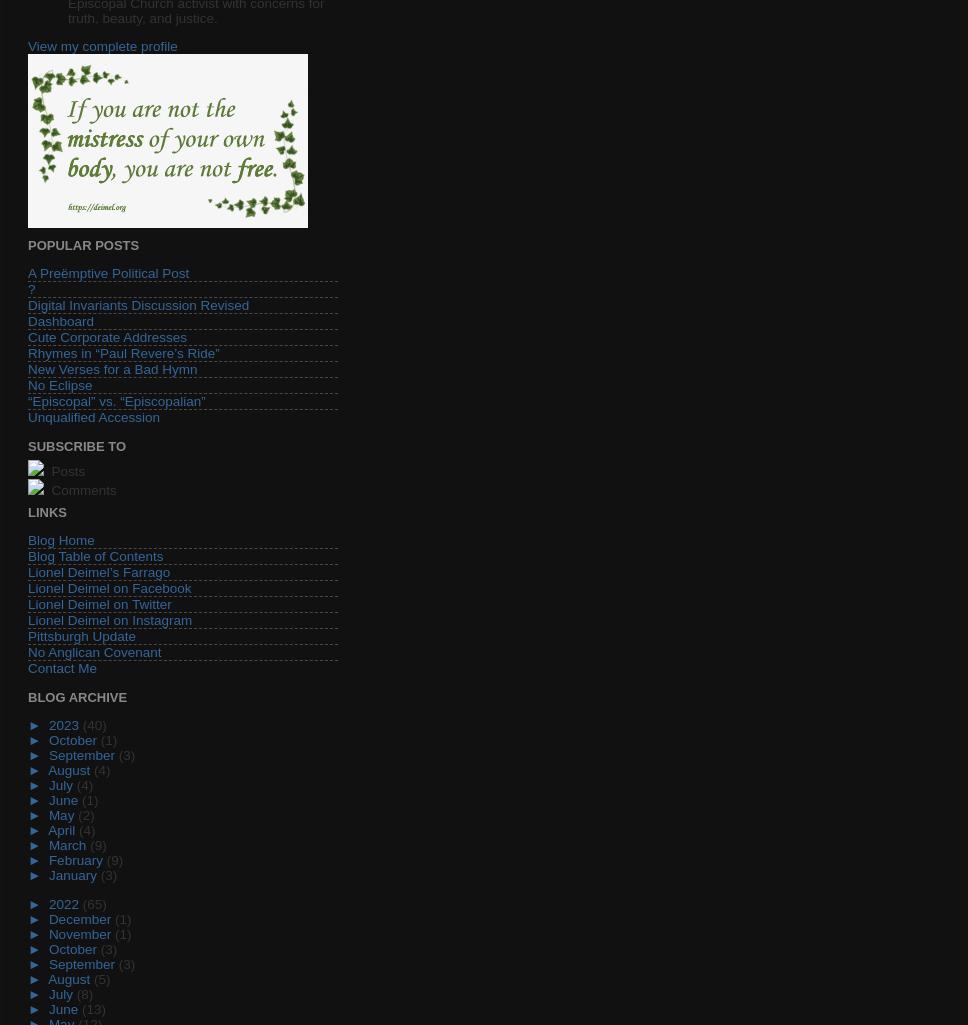  What do you see at coordinates (62, 829) in the screenshot?
I see `'April'` at bounding box center [62, 829].